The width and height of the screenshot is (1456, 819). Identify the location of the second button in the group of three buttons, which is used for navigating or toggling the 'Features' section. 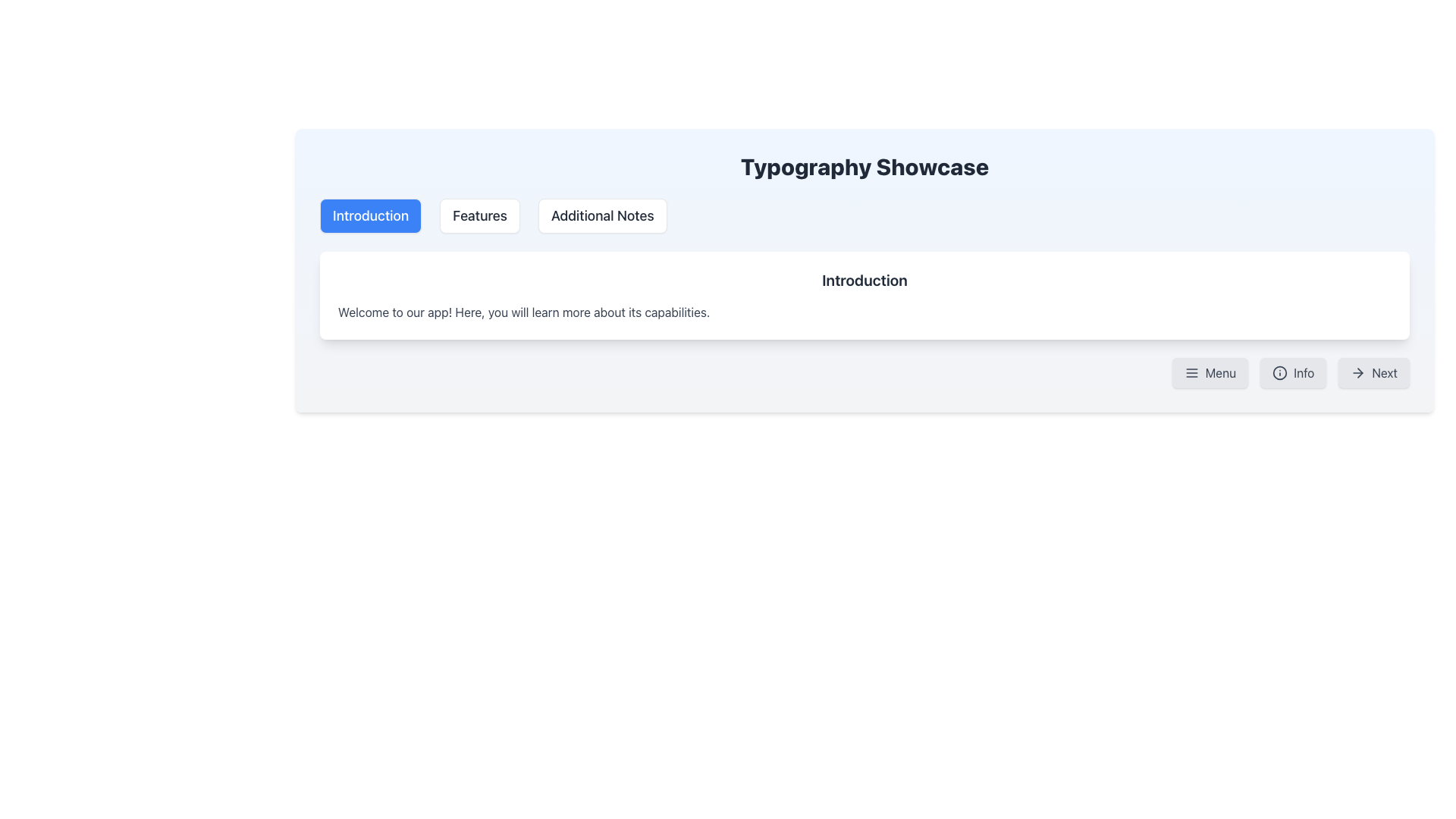
(479, 216).